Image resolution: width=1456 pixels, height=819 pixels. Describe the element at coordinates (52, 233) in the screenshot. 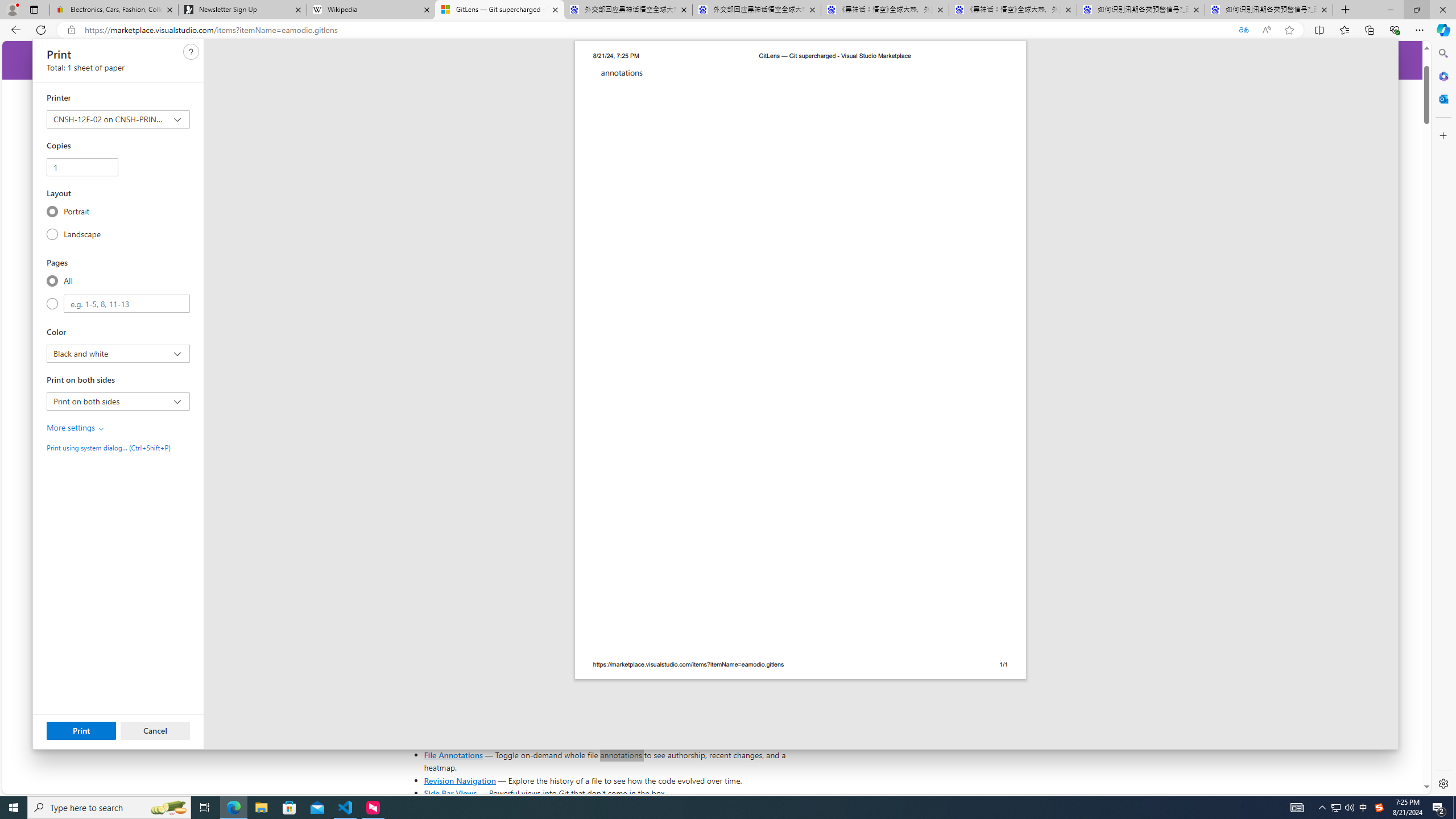

I see `'Landscape'` at that location.